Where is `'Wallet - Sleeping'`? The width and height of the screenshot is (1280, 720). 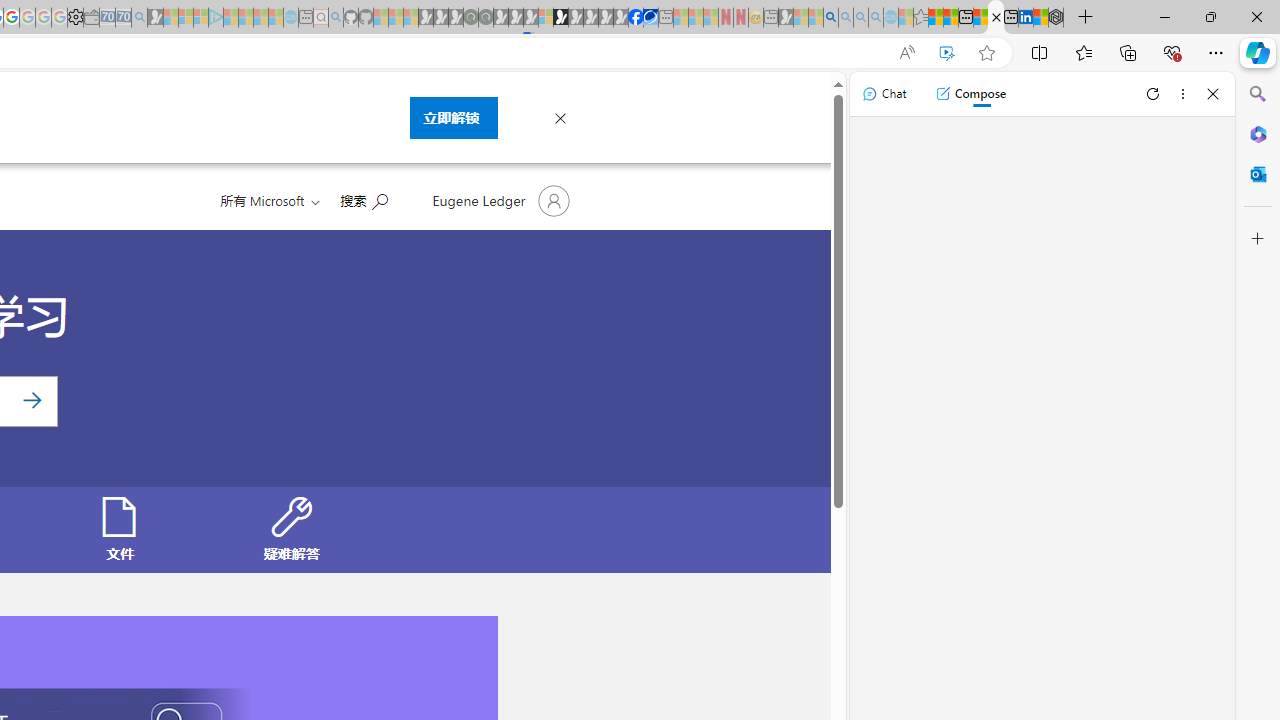 'Wallet - Sleeping' is located at coordinates (90, 17).